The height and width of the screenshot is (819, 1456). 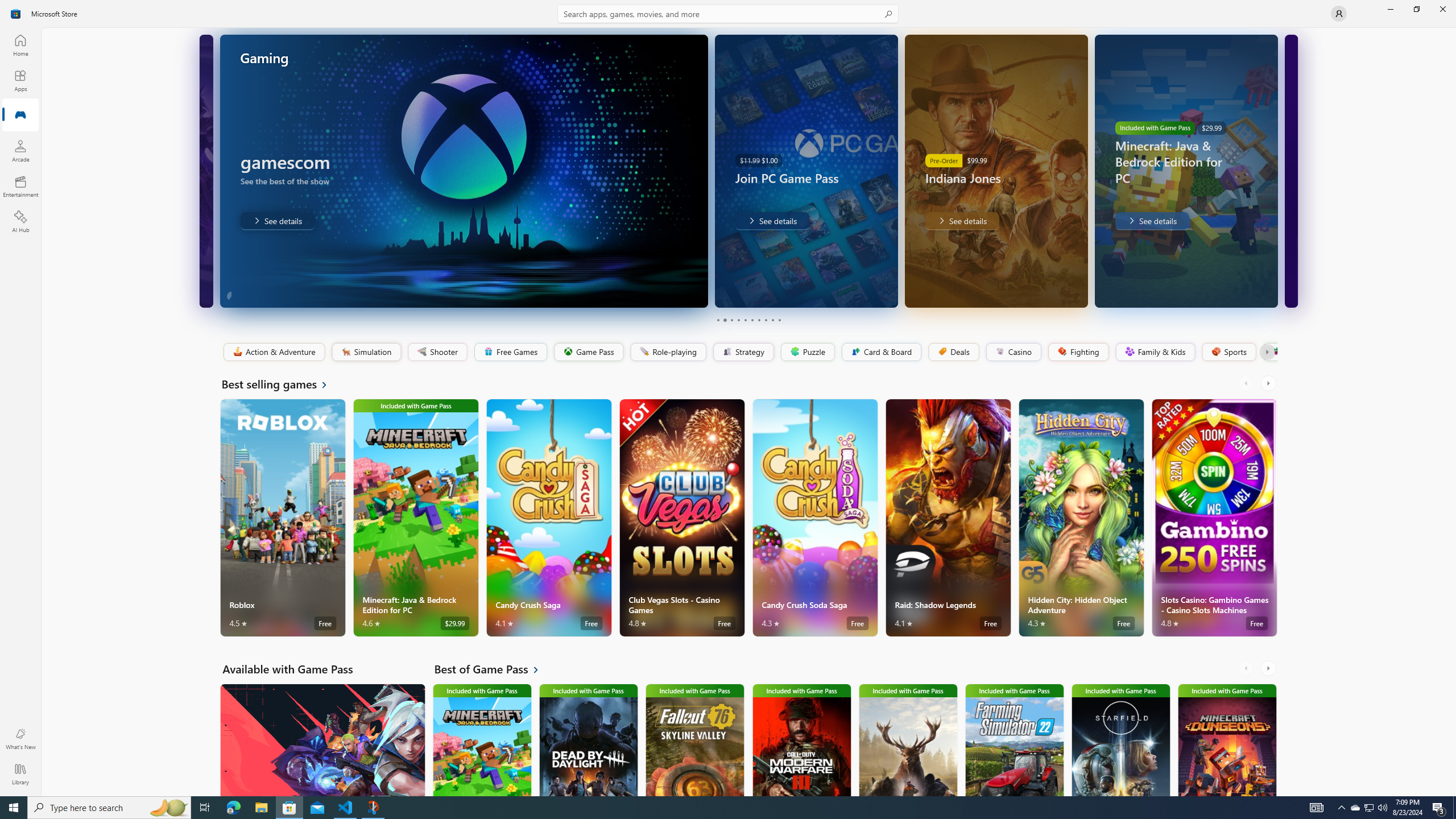 What do you see at coordinates (283, 517) in the screenshot?
I see `'Roblox. Average rating of 4.5 out of five stars. Free  '` at bounding box center [283, 517].